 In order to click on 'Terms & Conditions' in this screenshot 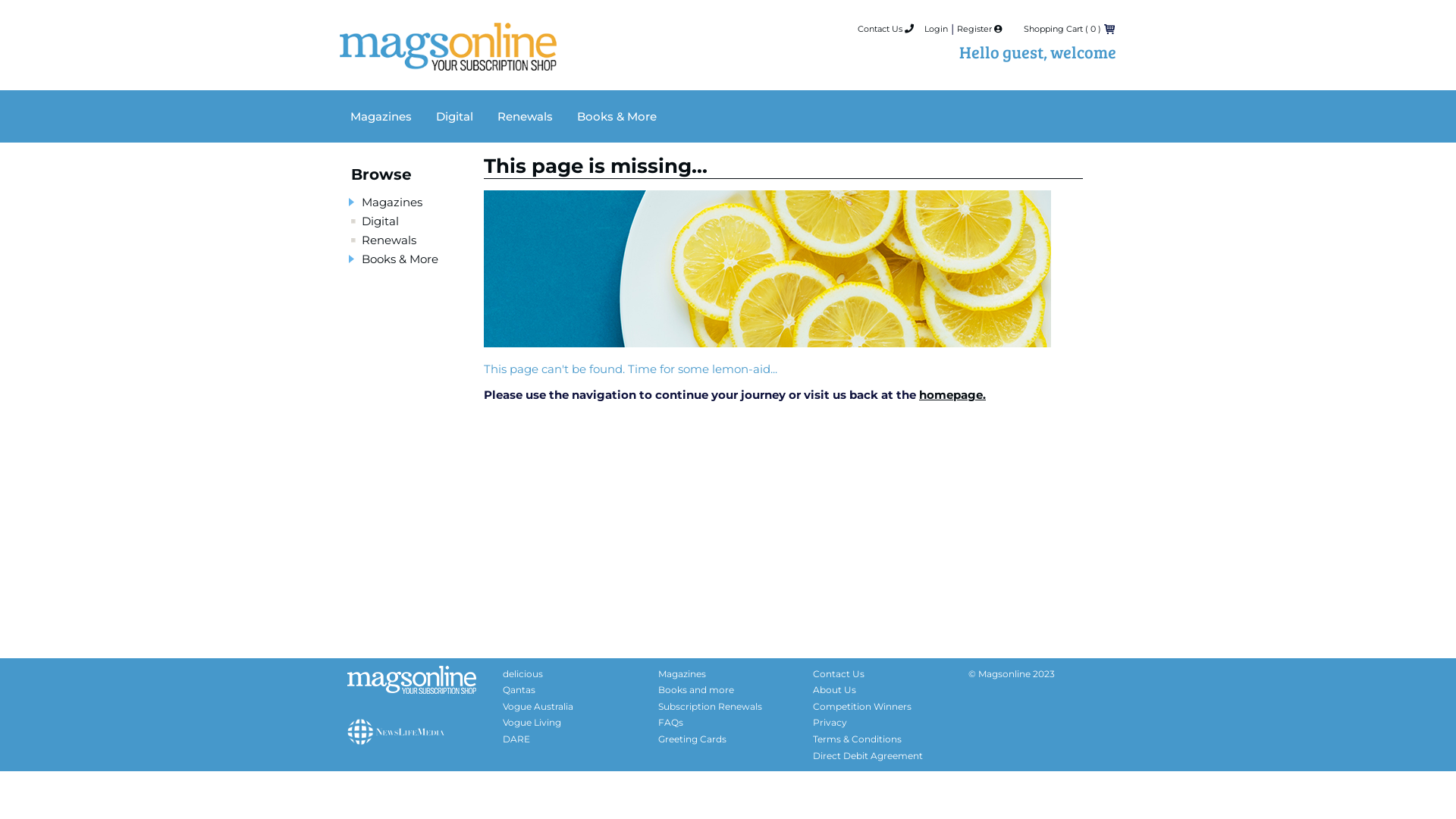, I will do `click(857, 738)`.